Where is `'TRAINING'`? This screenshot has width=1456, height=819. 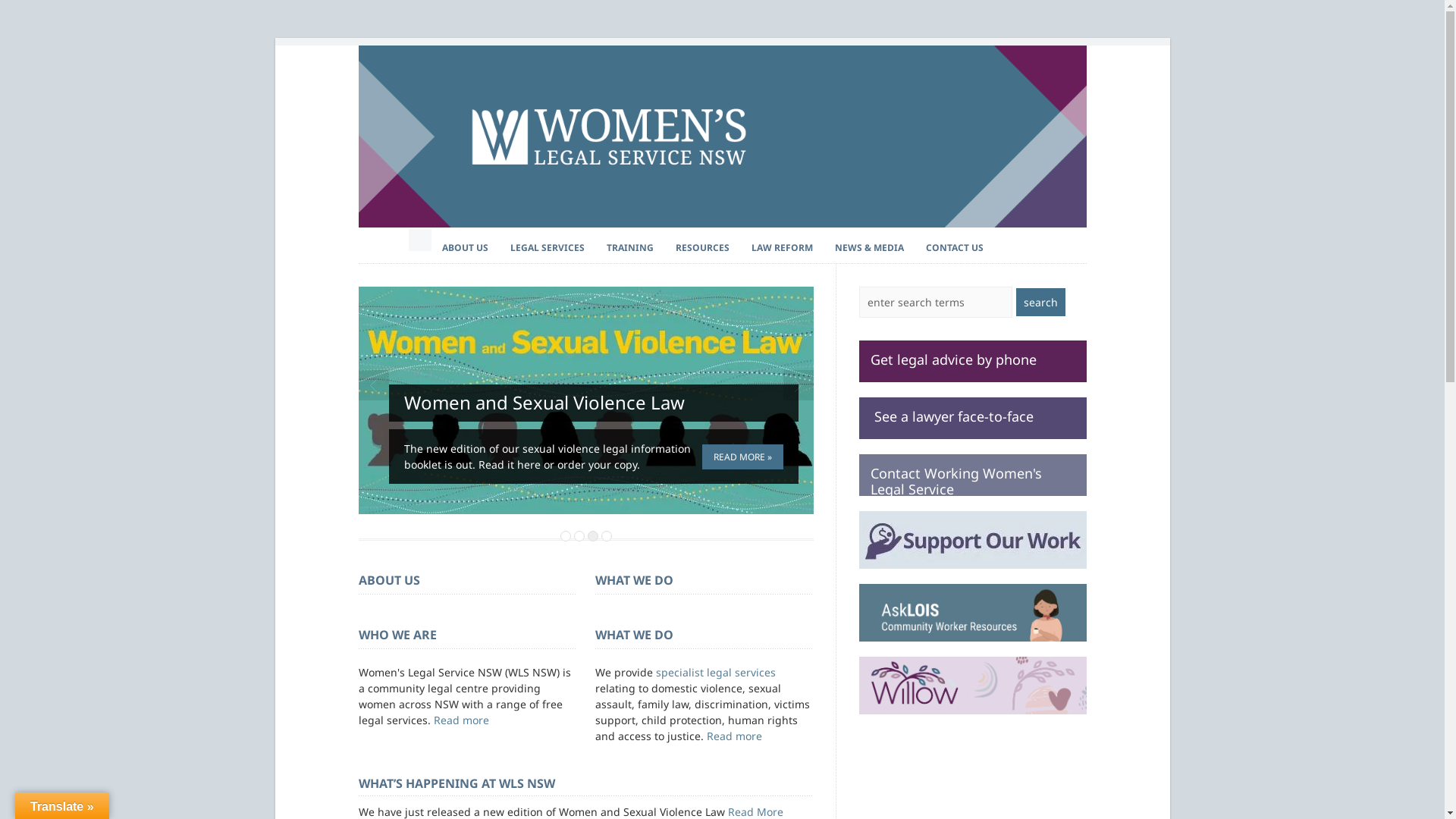 'TRAINING' is located at coordinates (629, 247).